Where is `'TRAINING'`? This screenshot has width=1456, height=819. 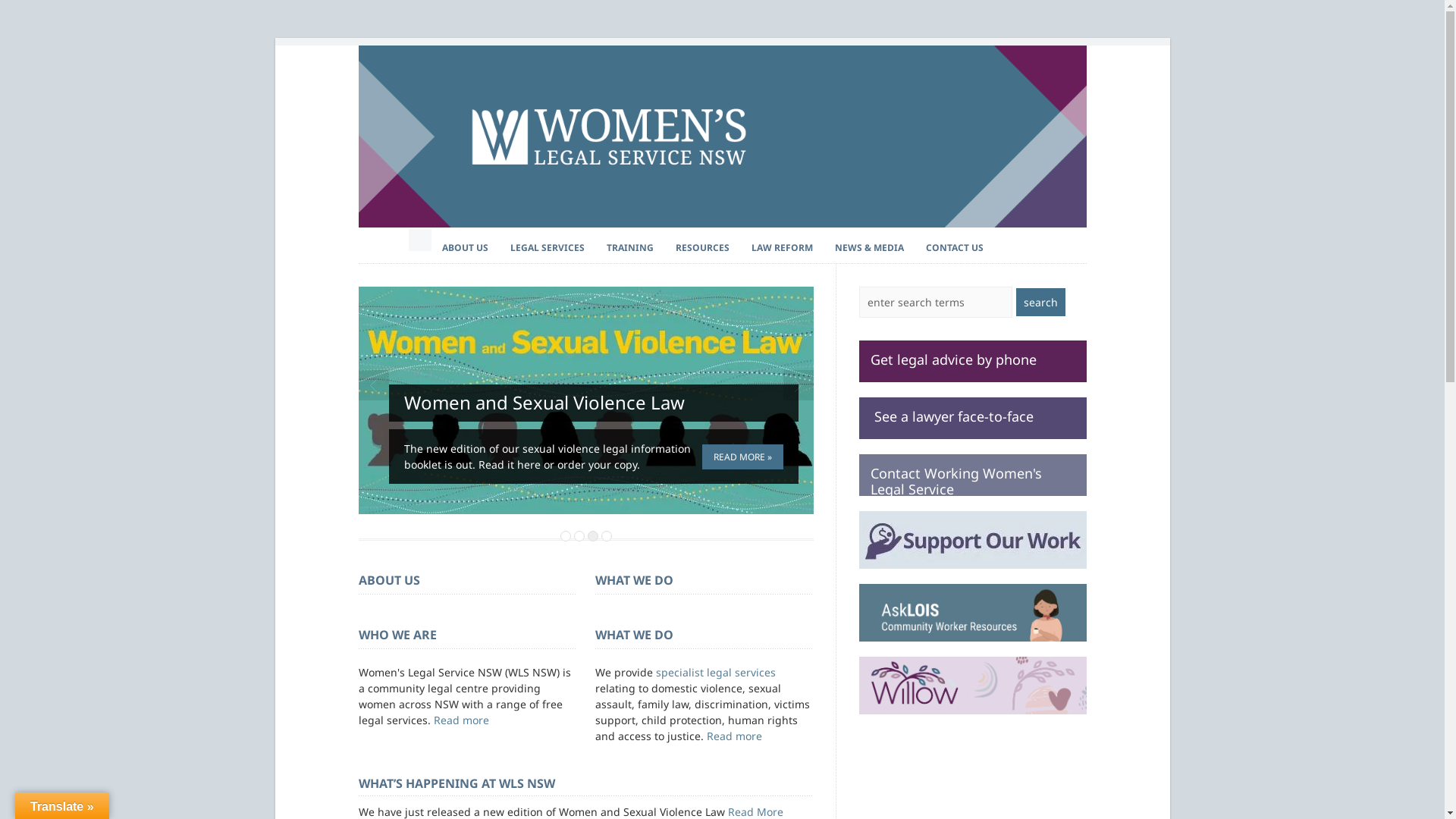 'TRAINING' is located at coordinates (629, 247).